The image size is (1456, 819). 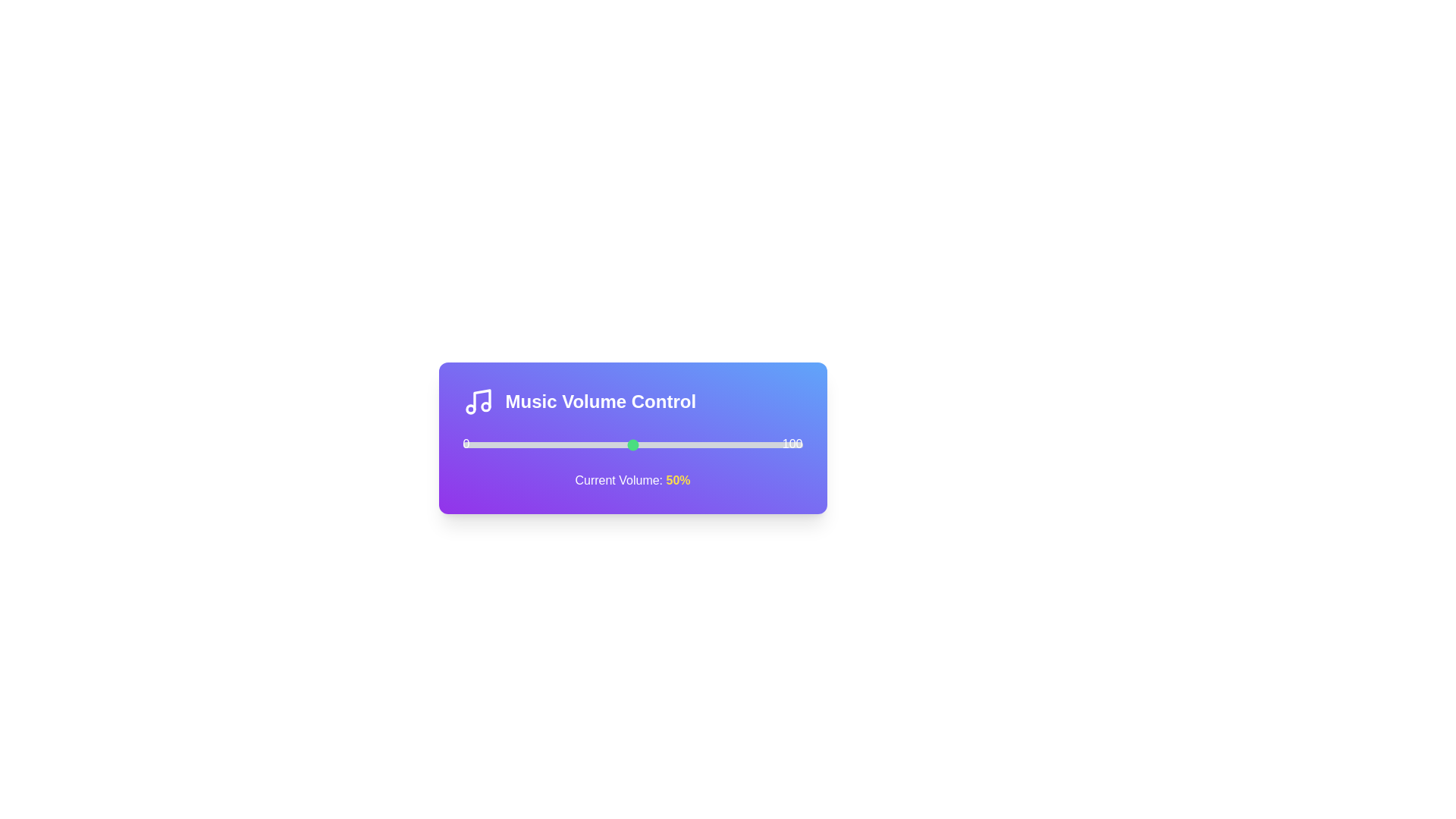 What do you see at coordinates (465, 444) in the screenshot?
I see `the slider to 1%, where 1 is a value between 0 and 100` at bounding box center [465, 444].